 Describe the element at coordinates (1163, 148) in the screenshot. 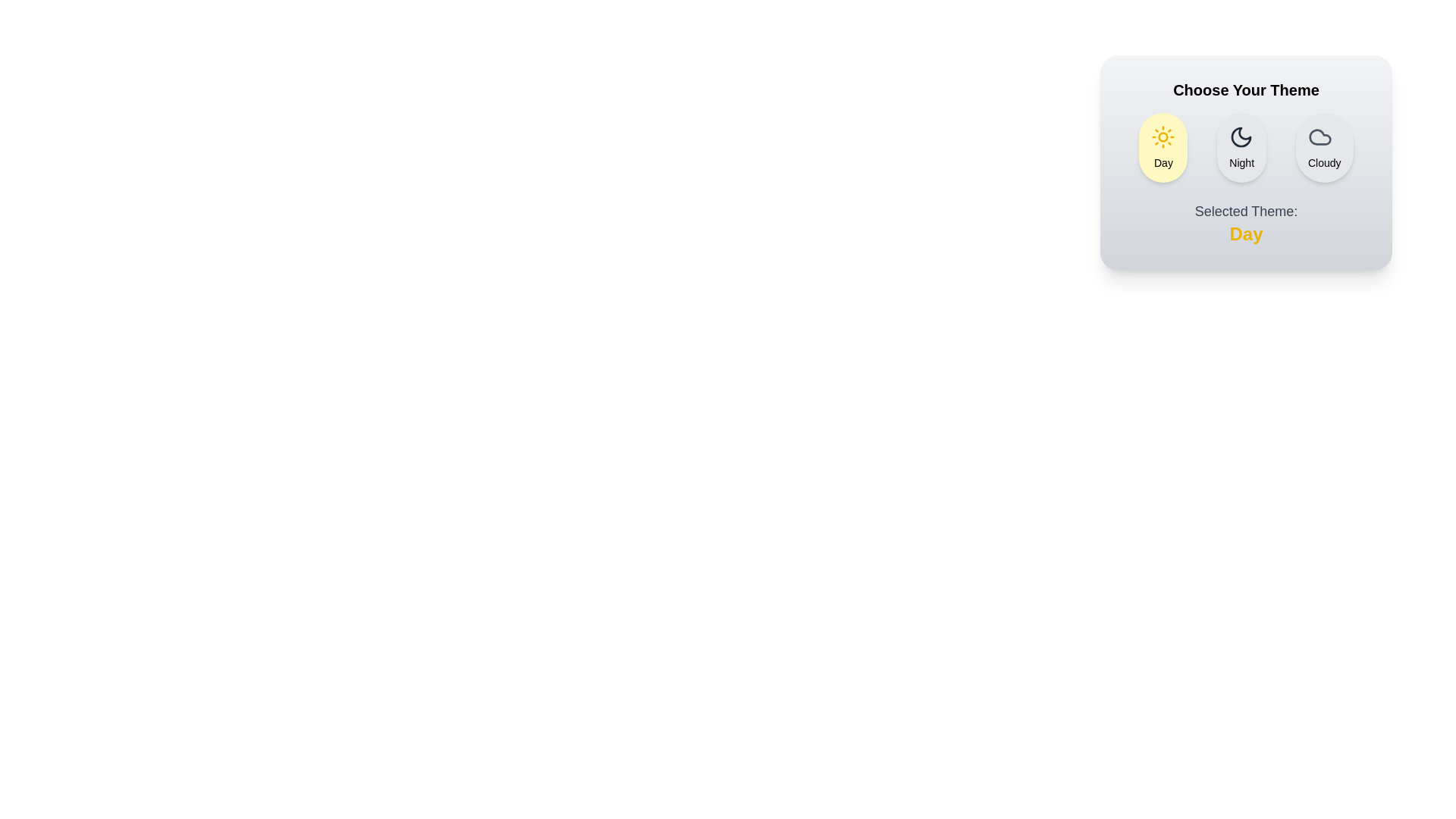

I see `the theme Day by clicking its corresponding button` at that location.